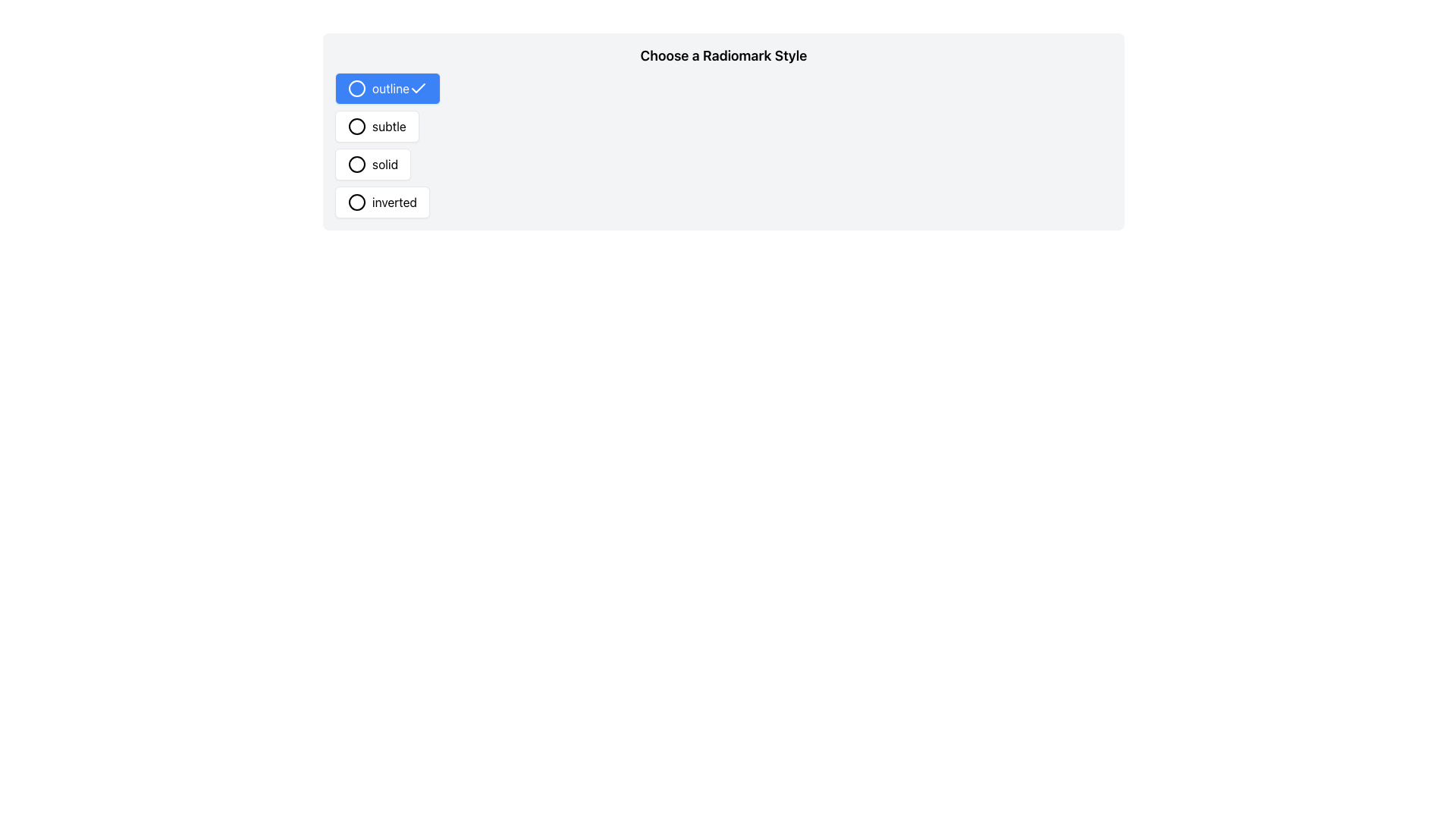 Image resolution: width=1456 pixels, height=819 pixels. What do you see at coordinates (418, 88) in the screenshot?
I see `the visual indication of selection by interacting with the checkmark icon displayed within a blue background on the far-right edge of the button labeled 'outline'` at bounding box center [418, 88].